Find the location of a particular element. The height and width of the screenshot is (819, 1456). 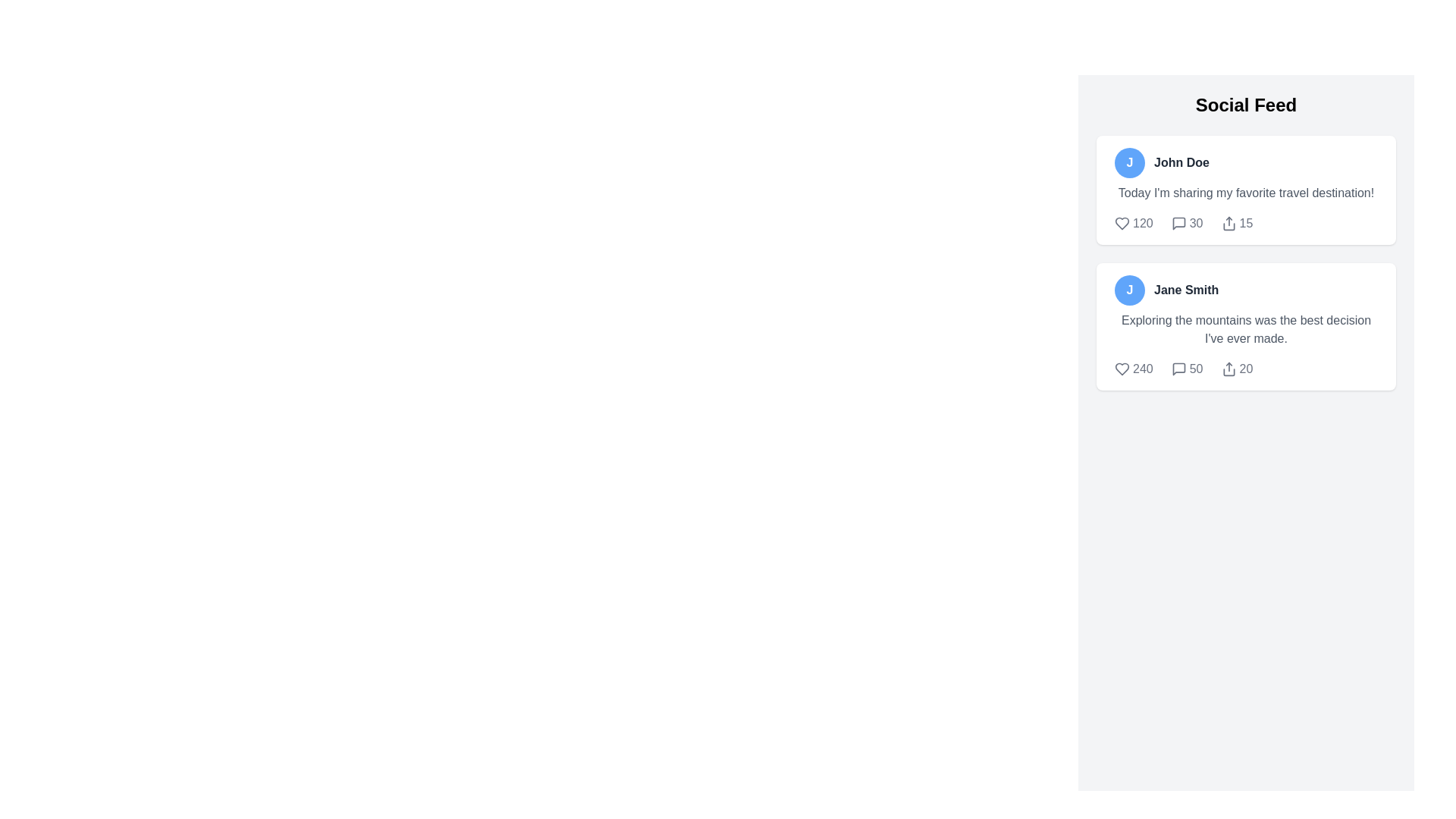

the heart icon, which signifies a 'like' or 'favorite' action for the associated post by 'John Doe' in the social feed is located at coordinates (1122, 223).